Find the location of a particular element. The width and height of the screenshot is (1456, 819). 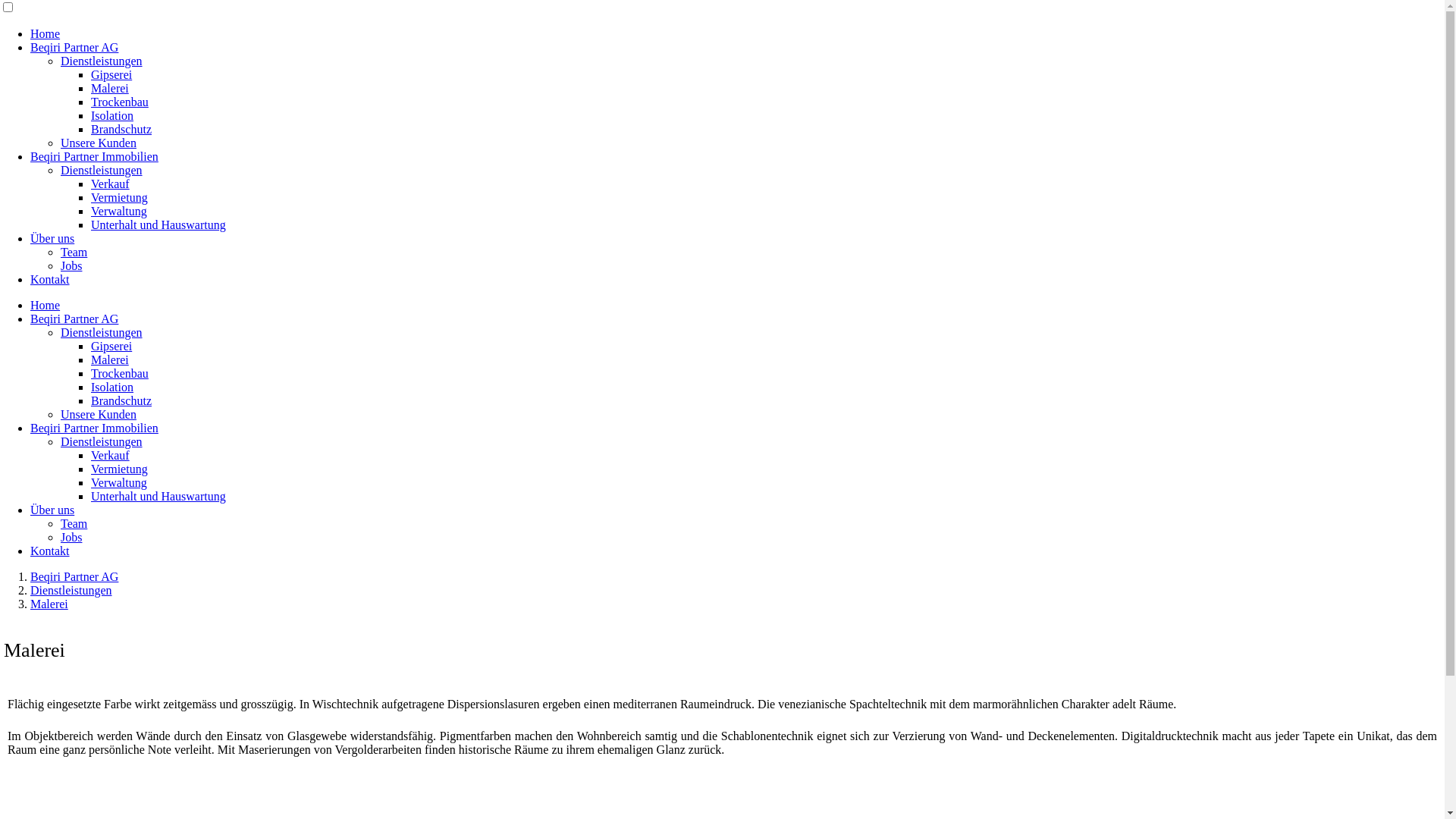

'Verkauf' is located at coordinates (109, 454).